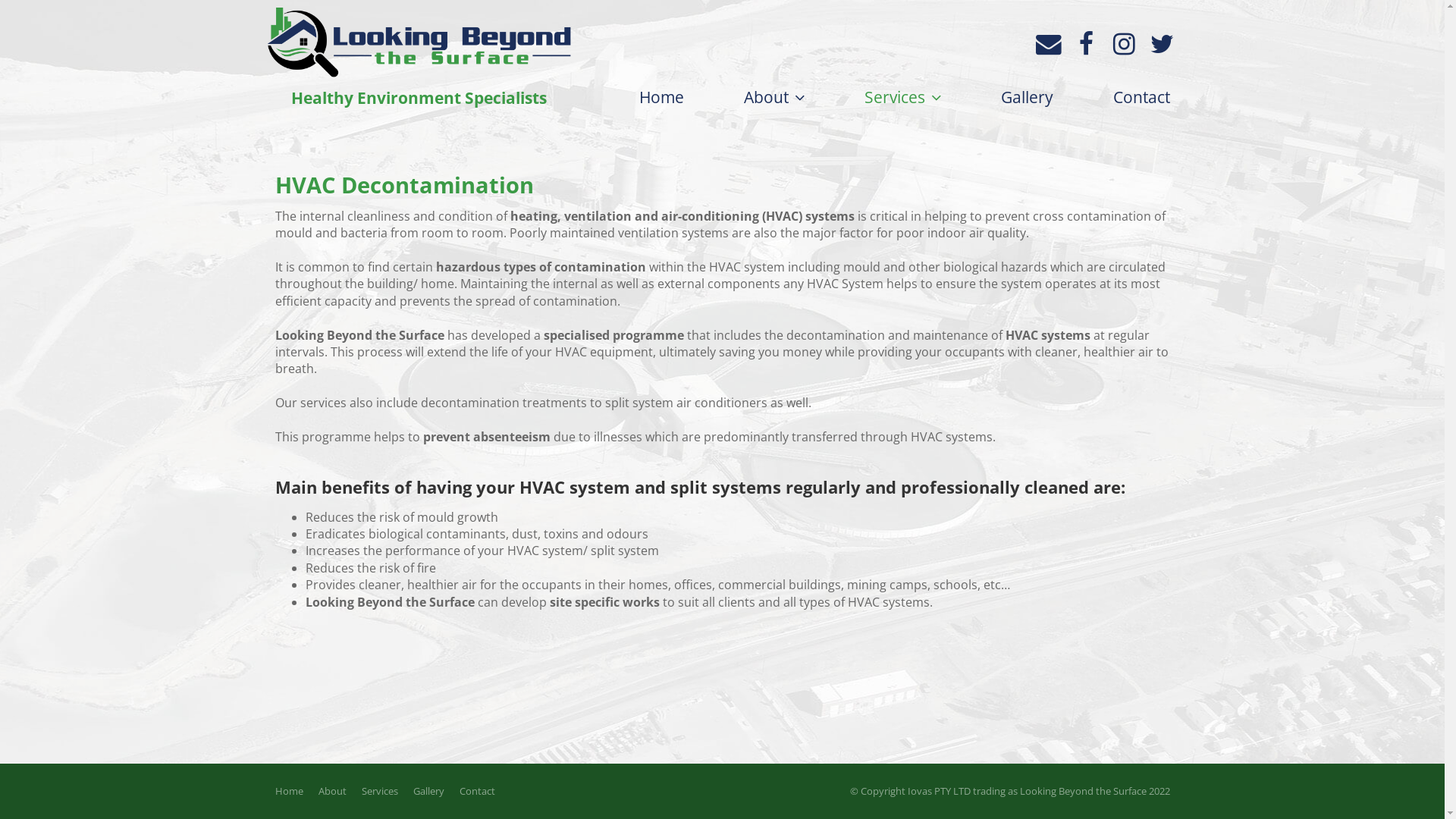  Describe the element at coordinates (266, 60) in the screenshot. I see `'Healthy Environment Specialists'` at that location.